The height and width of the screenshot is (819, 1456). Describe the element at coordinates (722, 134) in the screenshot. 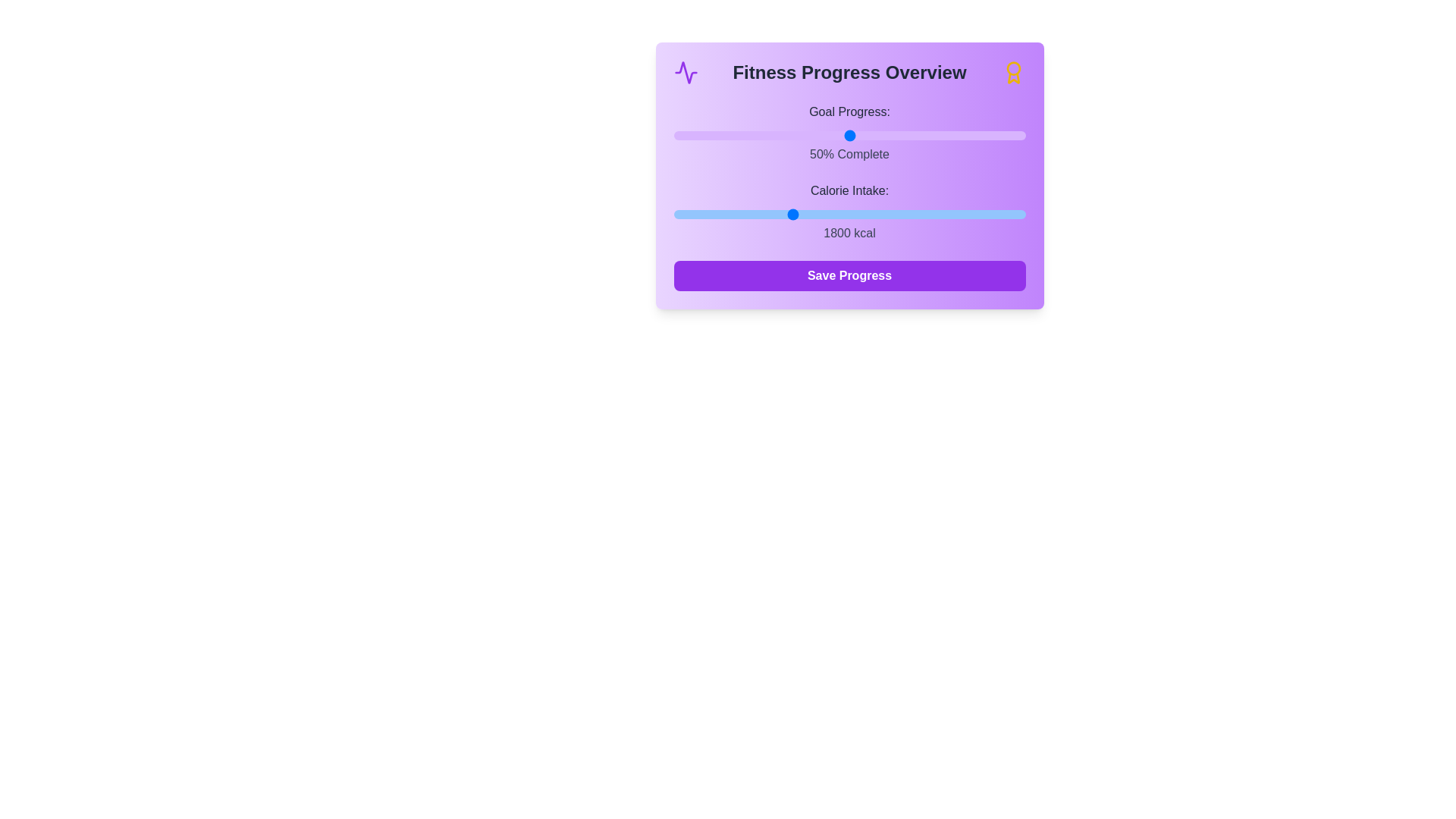

I see `the goal progress slider` at that location.